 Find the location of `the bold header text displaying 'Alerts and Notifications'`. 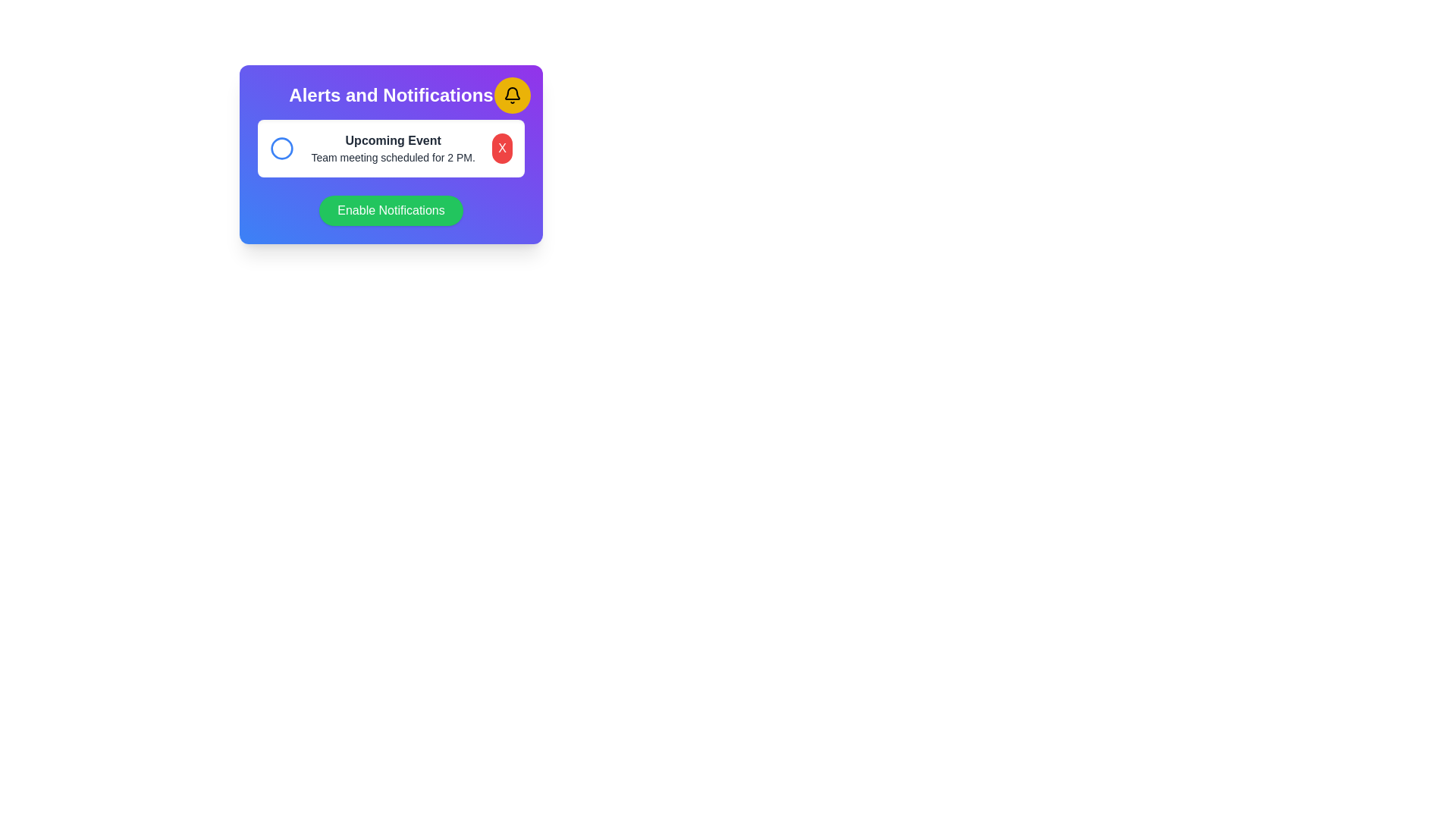

the bold header text displaying 'Alerts and Notifications' is located at coordinates (391, 96).